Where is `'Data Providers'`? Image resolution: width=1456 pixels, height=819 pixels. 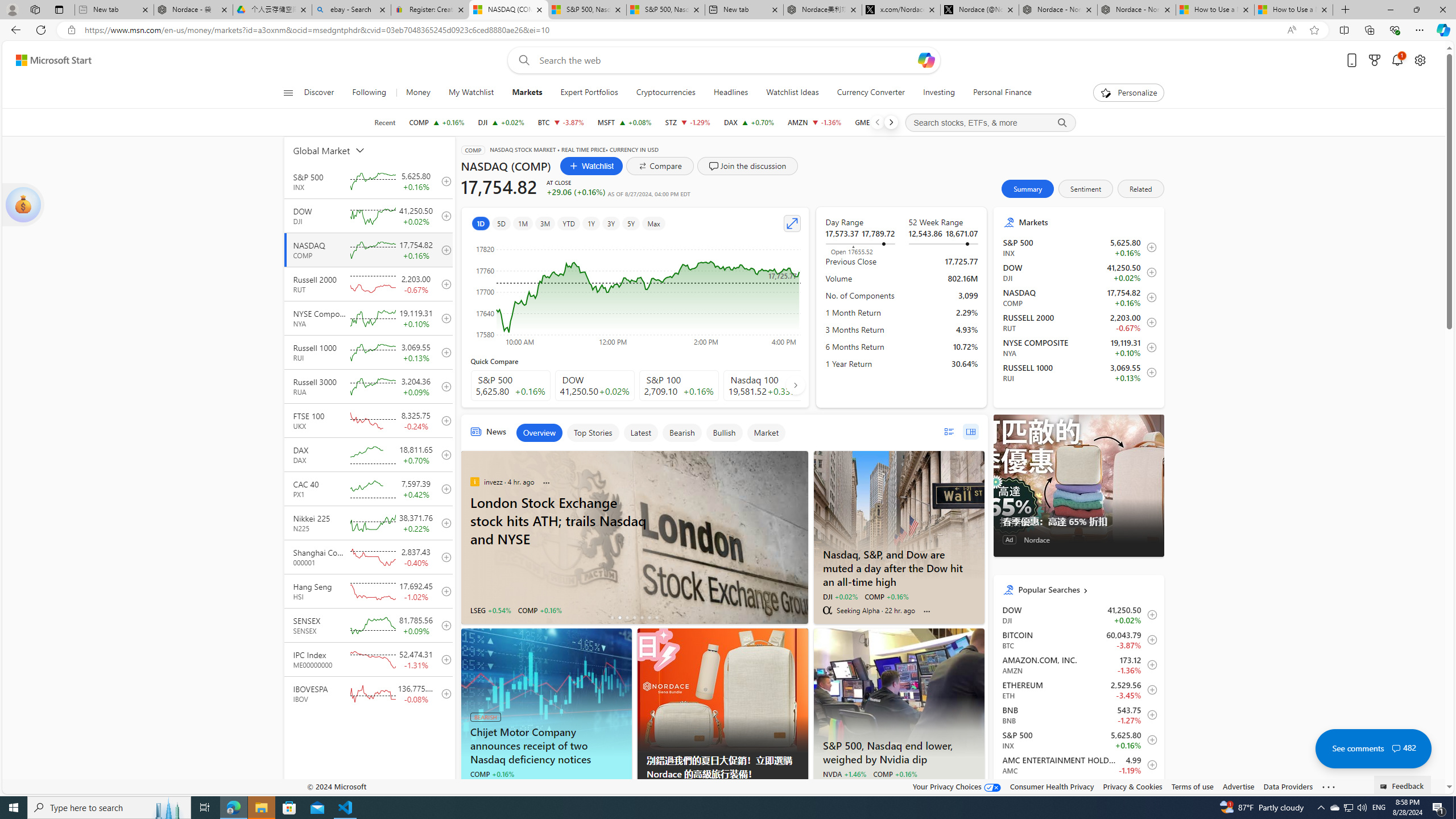
'Data Providers' is located at coordinates (1288, 786).